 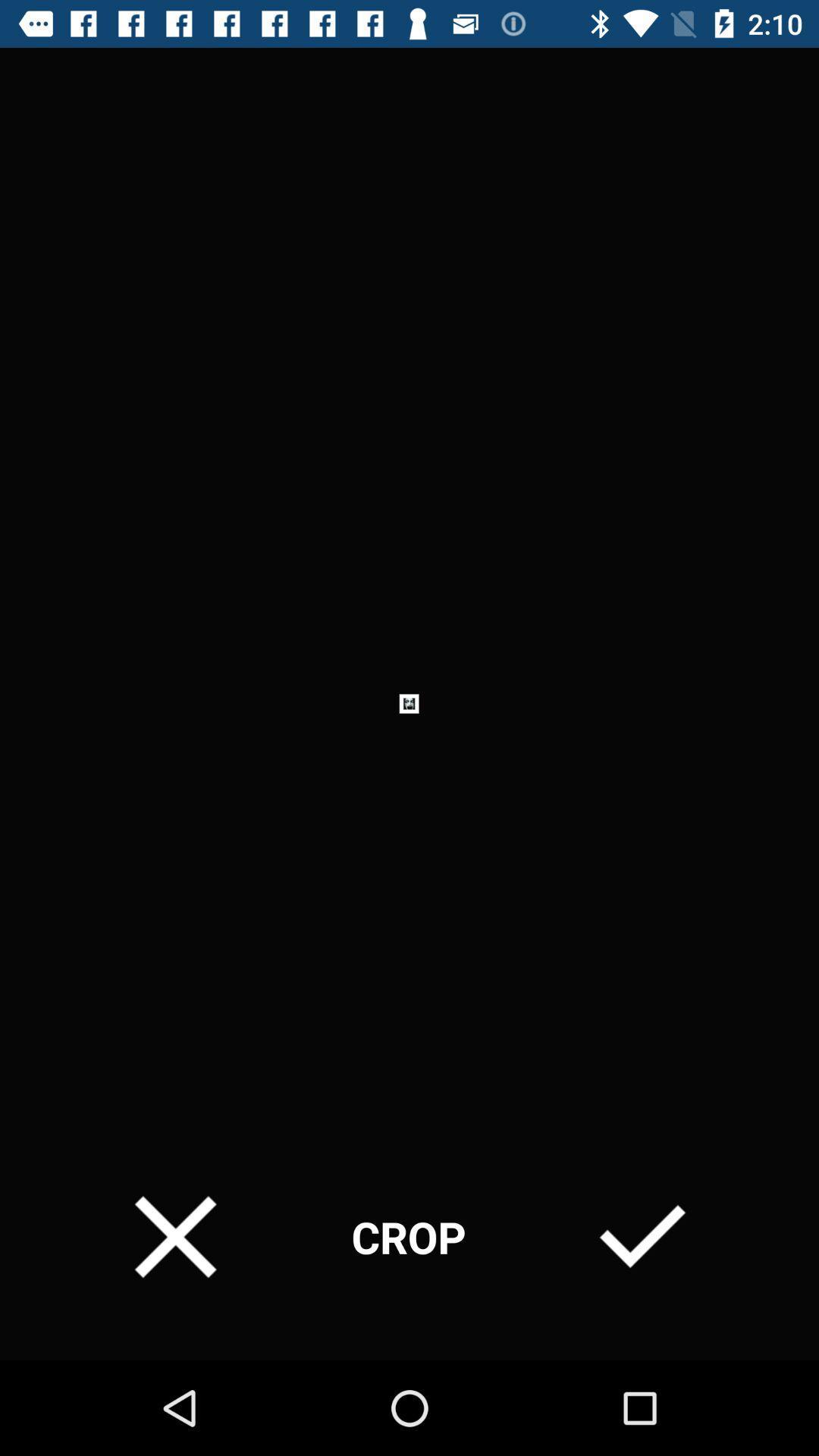 What do you see at coordinates (174, 1237) in the screenshot?
I see `the icon next to crop item` at bounding box center [174, 1237].